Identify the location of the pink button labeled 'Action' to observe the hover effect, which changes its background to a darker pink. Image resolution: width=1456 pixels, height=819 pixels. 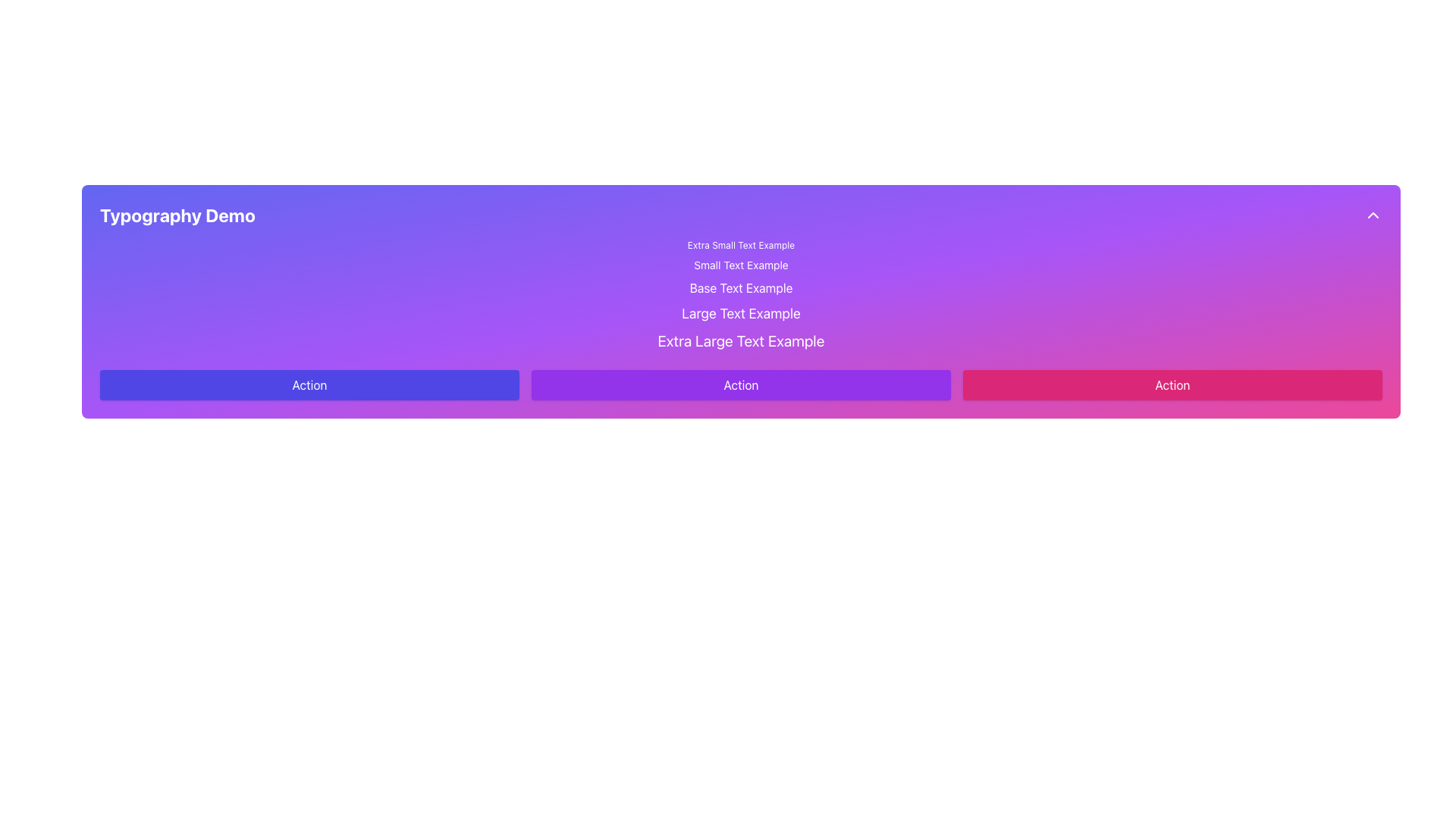
(1172, 384).